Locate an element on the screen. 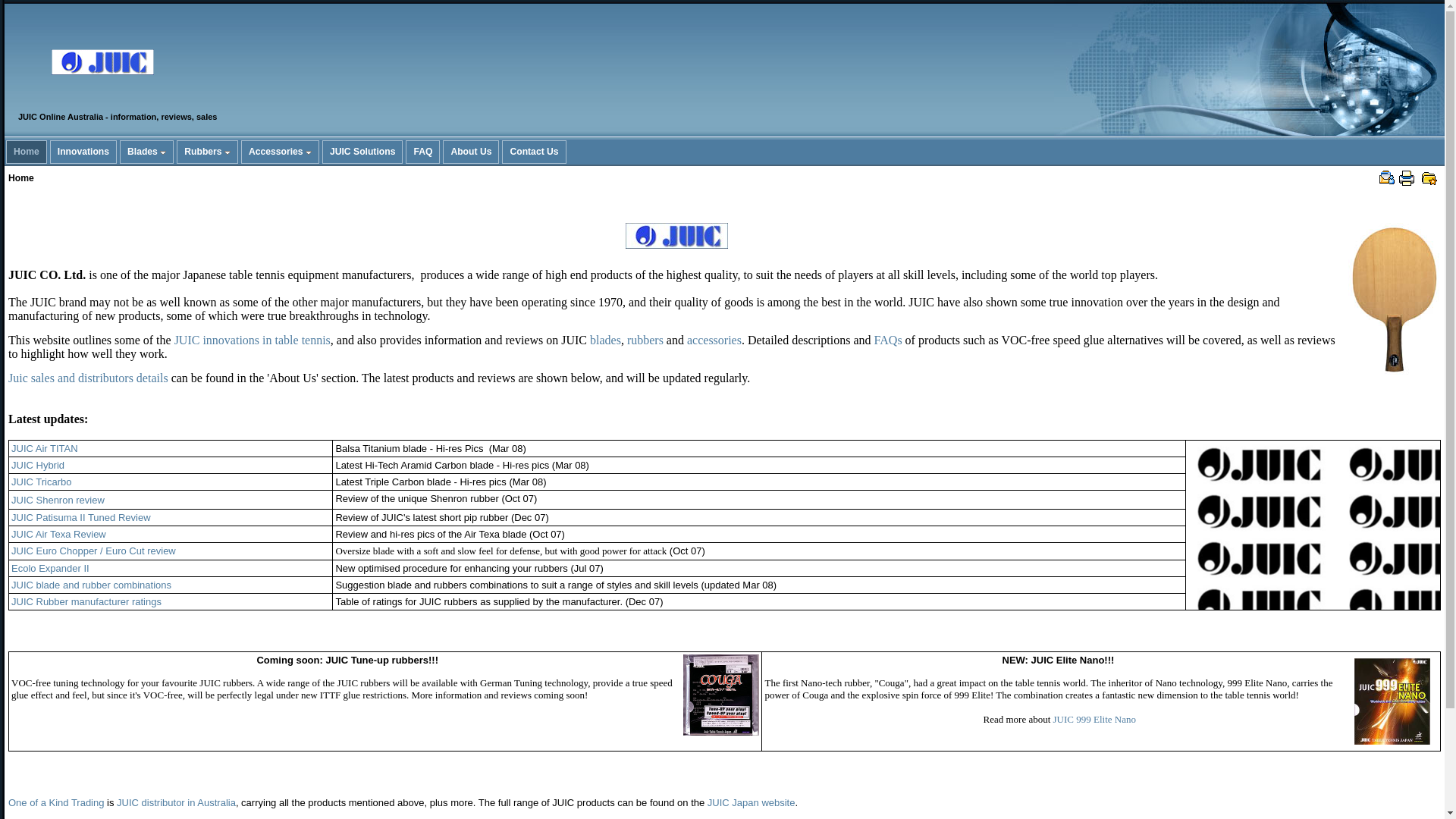  'blades' is located at coordinates (588, 339).